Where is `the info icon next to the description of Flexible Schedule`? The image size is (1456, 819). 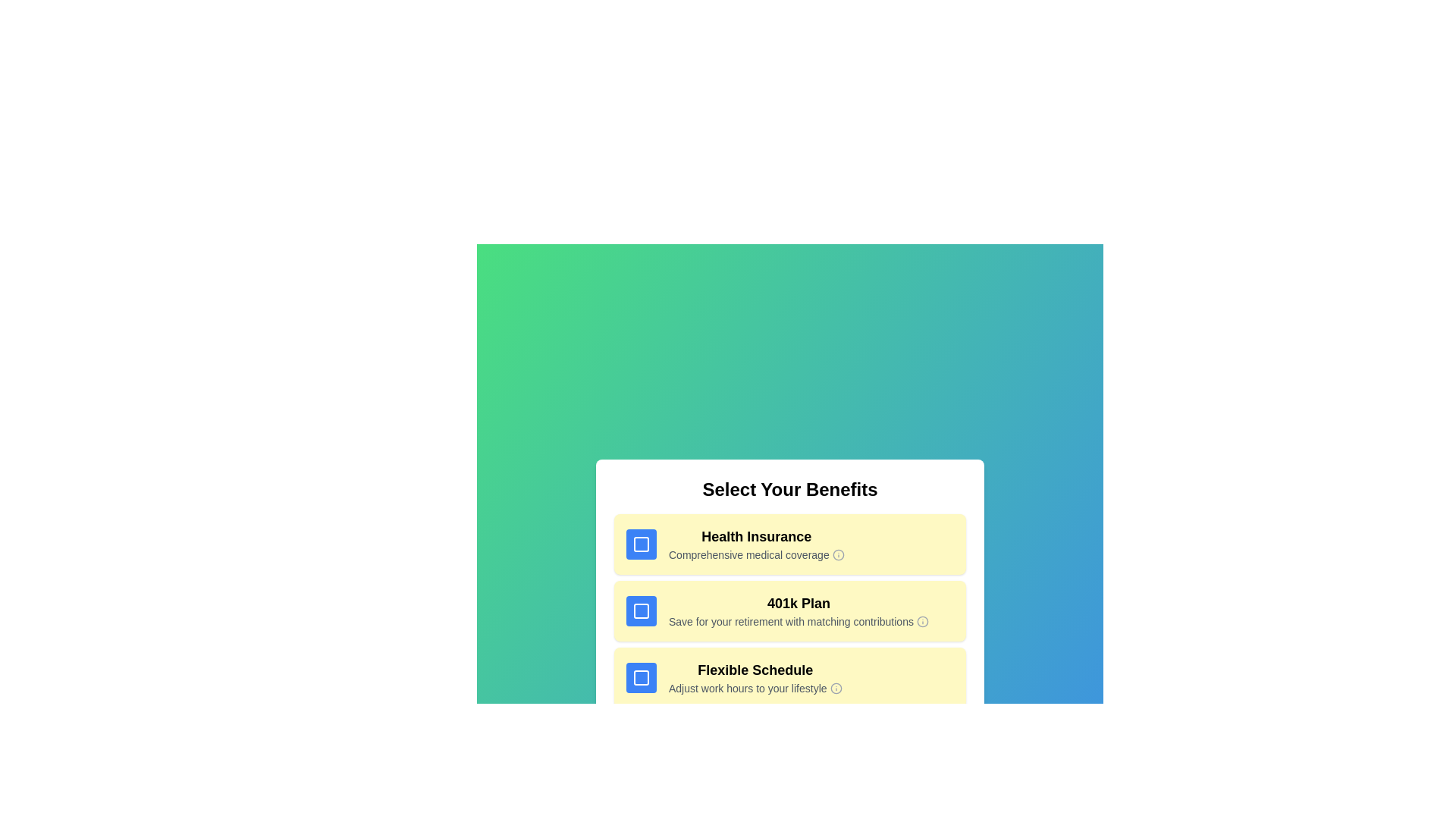 the info icon next to the description of Flexible Schedule is located at coordinates (835, 688).